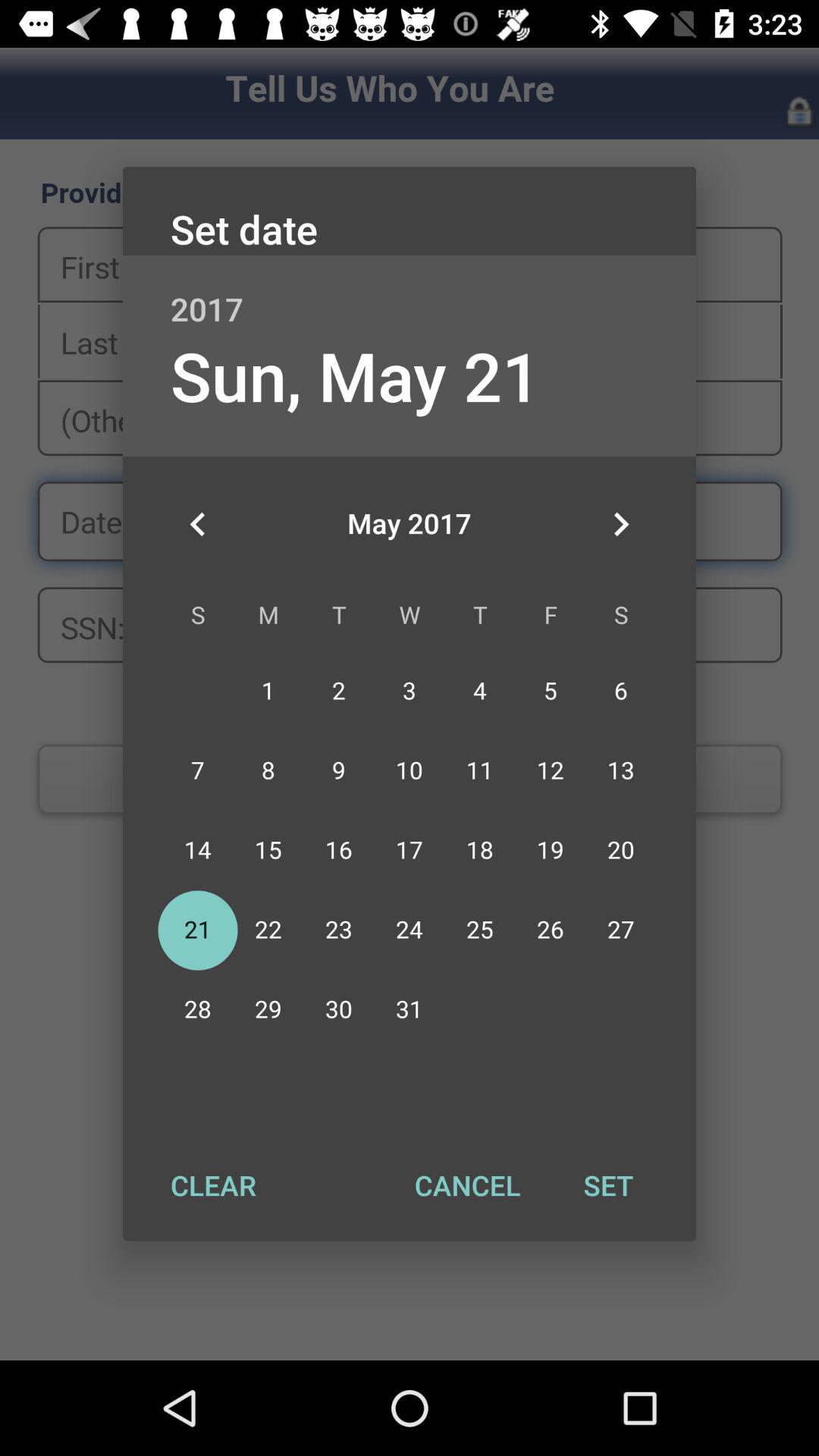 This screenshot has height=1456, width=819. Describe the element at coordinates (213, 1185) in the screenshot. I see `the icon at the bottom left corner` at that location.